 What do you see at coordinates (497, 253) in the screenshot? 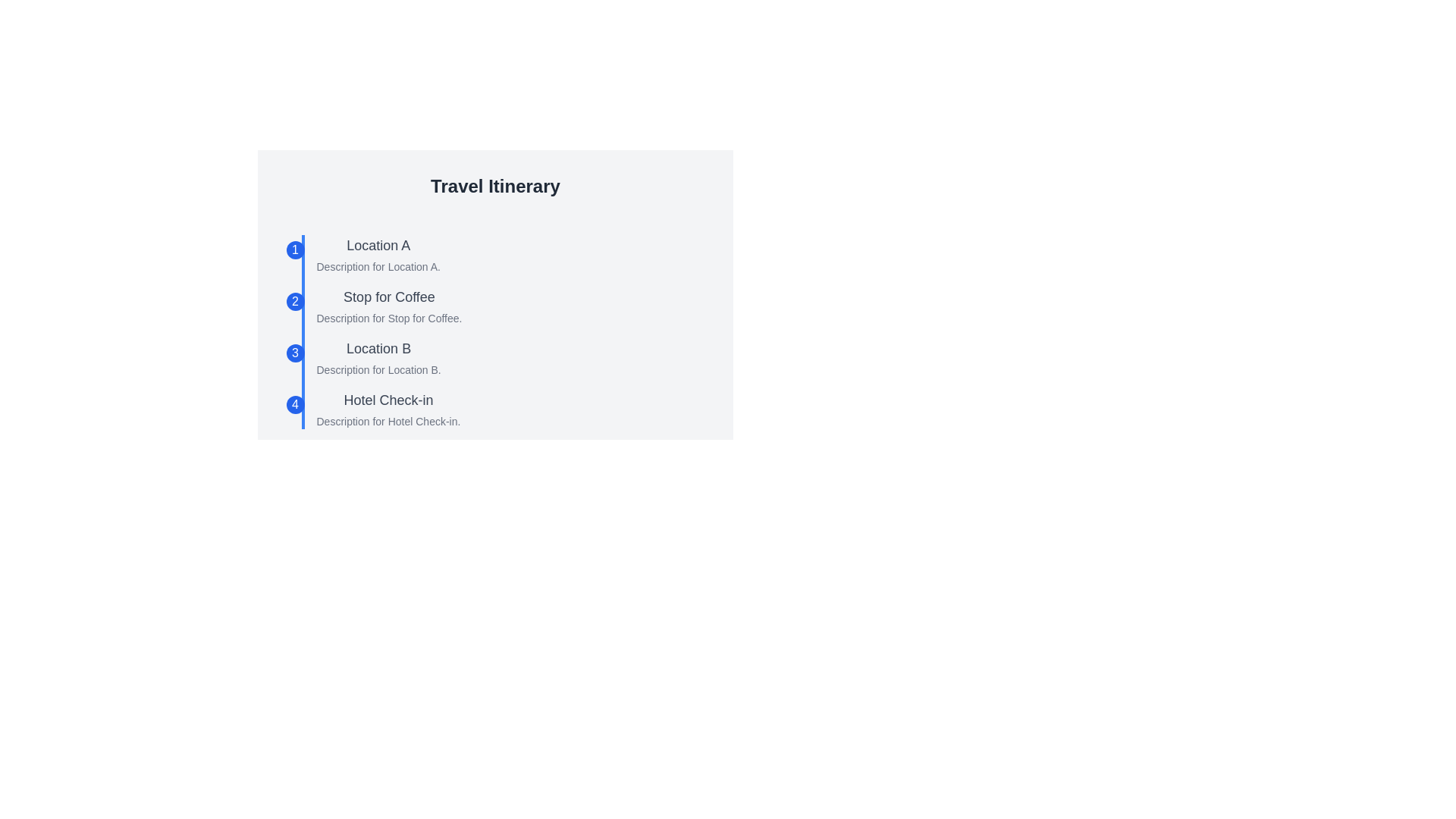
I see `first itinerary step in the travel plan, which is positioned below the title 'Travel Itinerary' and adjacent to a blue circular icon with the number '1'` at bounding box center [497, 253].